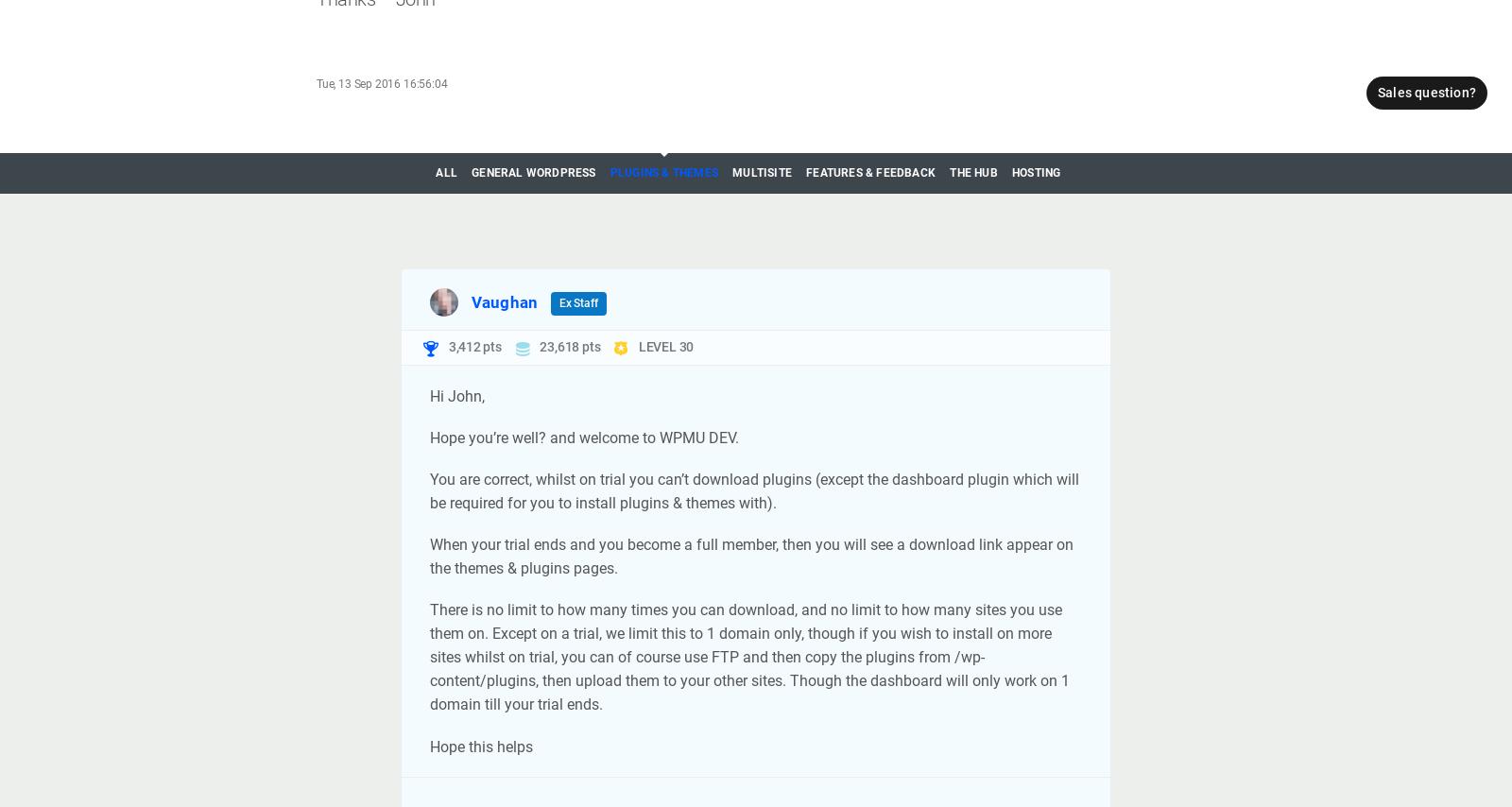 This screenshot has width=1512, height=807. What do you see at coordinates (804, 171) in the screenshot?
I see `'Features & Feedback'` at bounding box center [804, 171].